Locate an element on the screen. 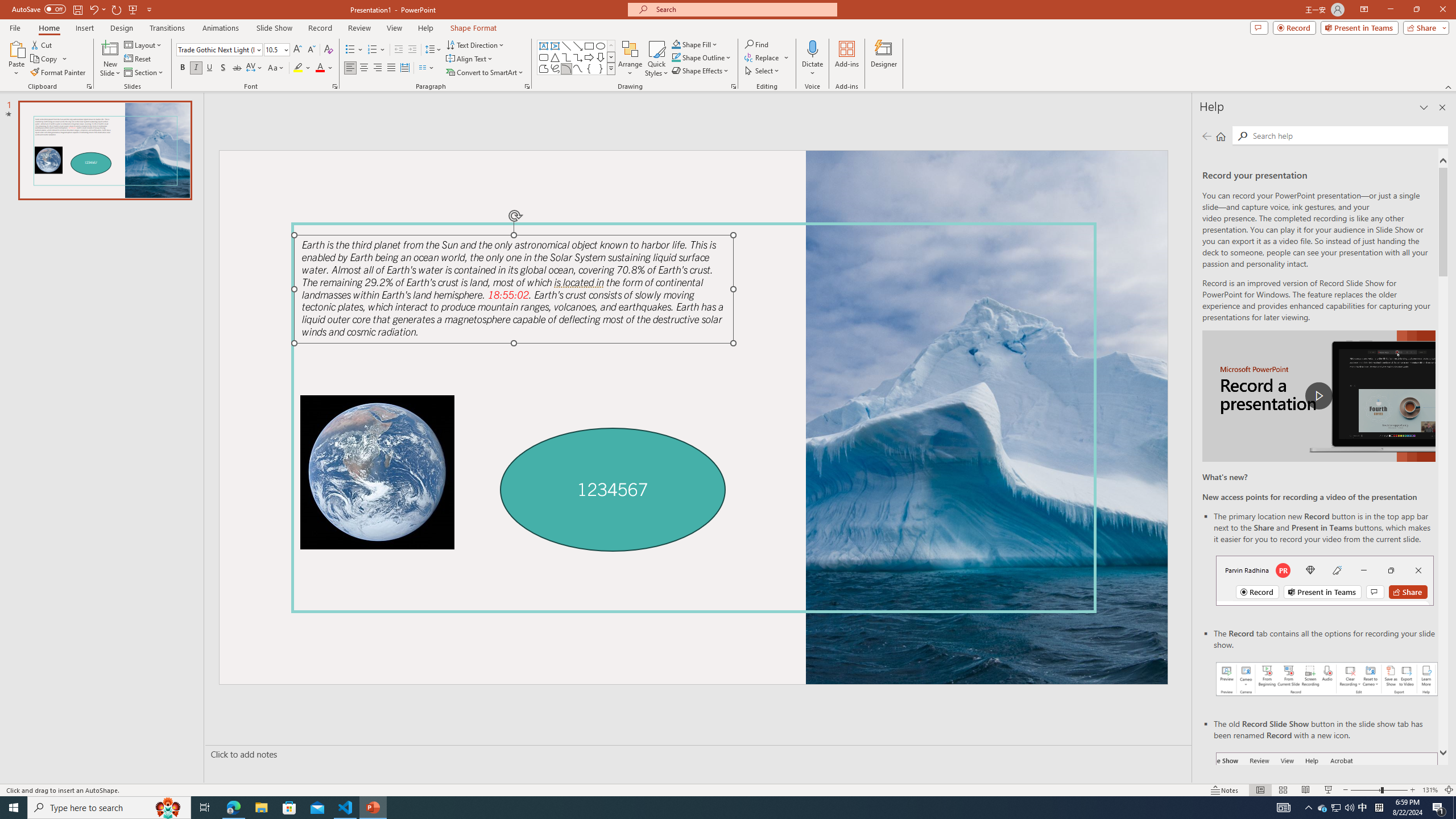 This screenshot has width=1456, height=819. 'Record your presentations screenshot one' is located at coordinates (1326, 678).